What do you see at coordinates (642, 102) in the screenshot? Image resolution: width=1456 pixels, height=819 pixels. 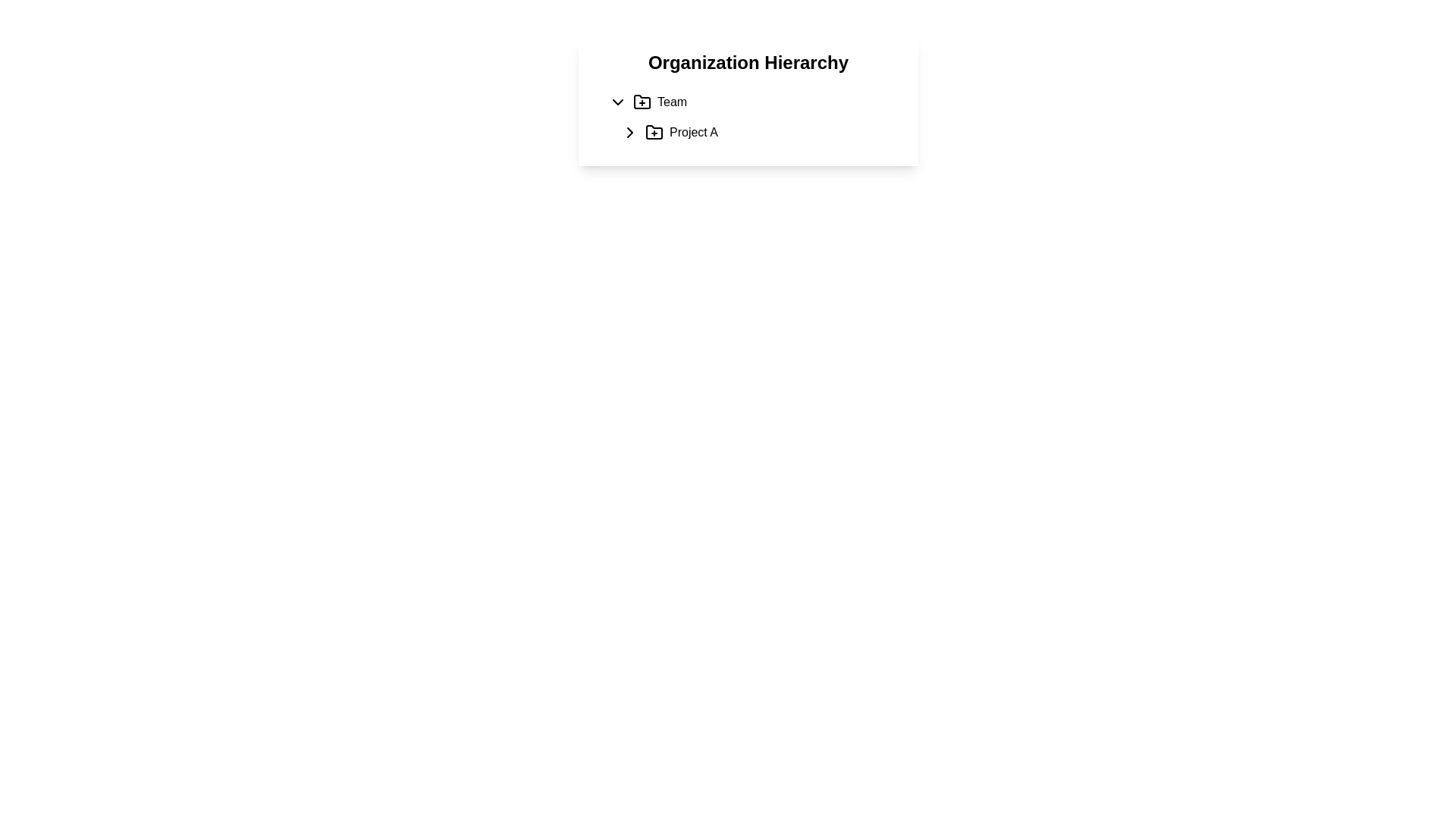 I see `the small folder-like icon with a plus symbol at its center, located beside the label 'Team'` at bounding box center [642, 102].